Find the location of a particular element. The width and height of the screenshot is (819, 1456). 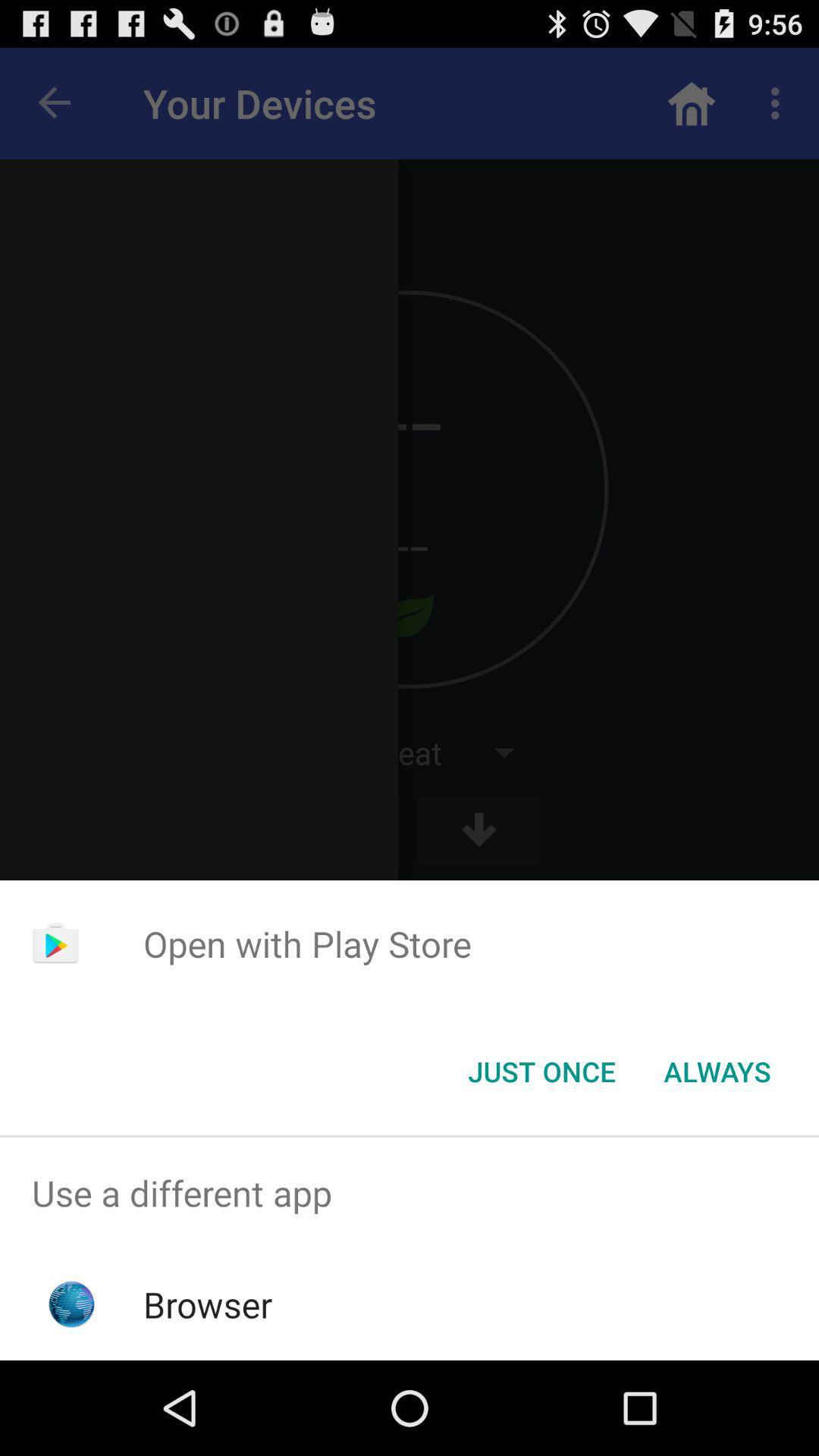

the app above browser app is located at coordinates (409, 1192).